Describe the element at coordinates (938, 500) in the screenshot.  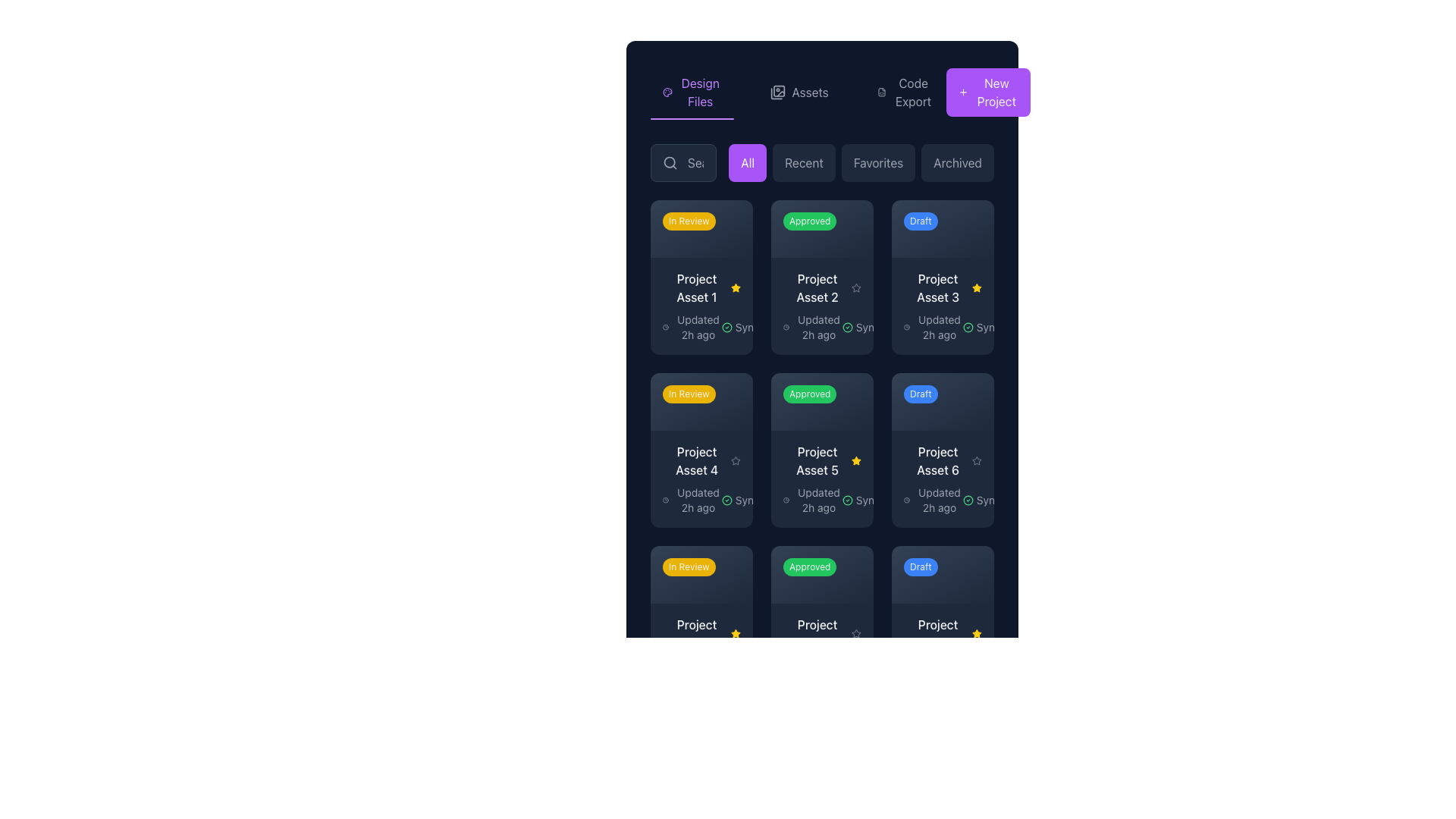
I see `the text element displaying 'Updated 2h ago', which is located at the bottom-left corner of the 'Project Asset 6' card` at that location.